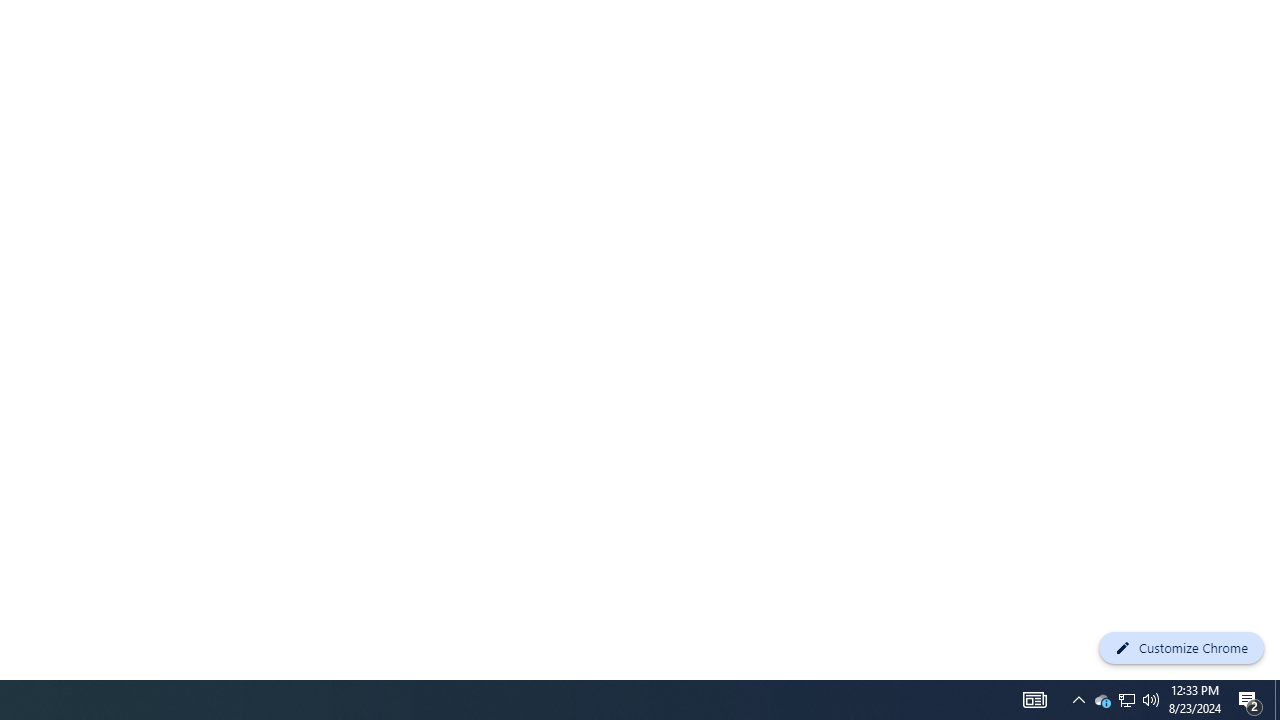 This screenshot has width=1280, height=720. I want to click on 'Customize Chrome', so click(1181, 648).